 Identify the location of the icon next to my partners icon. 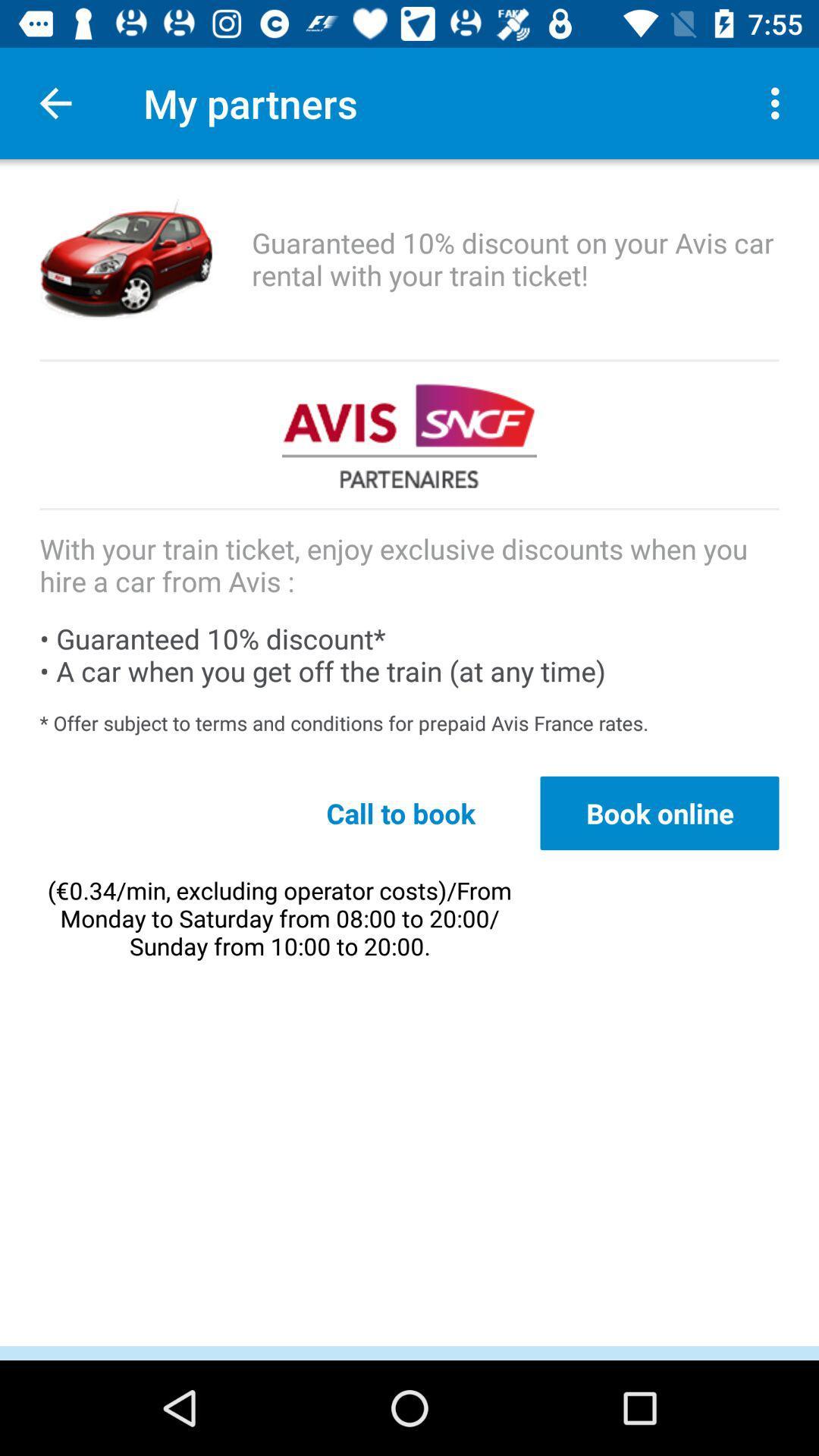
(55, 102).